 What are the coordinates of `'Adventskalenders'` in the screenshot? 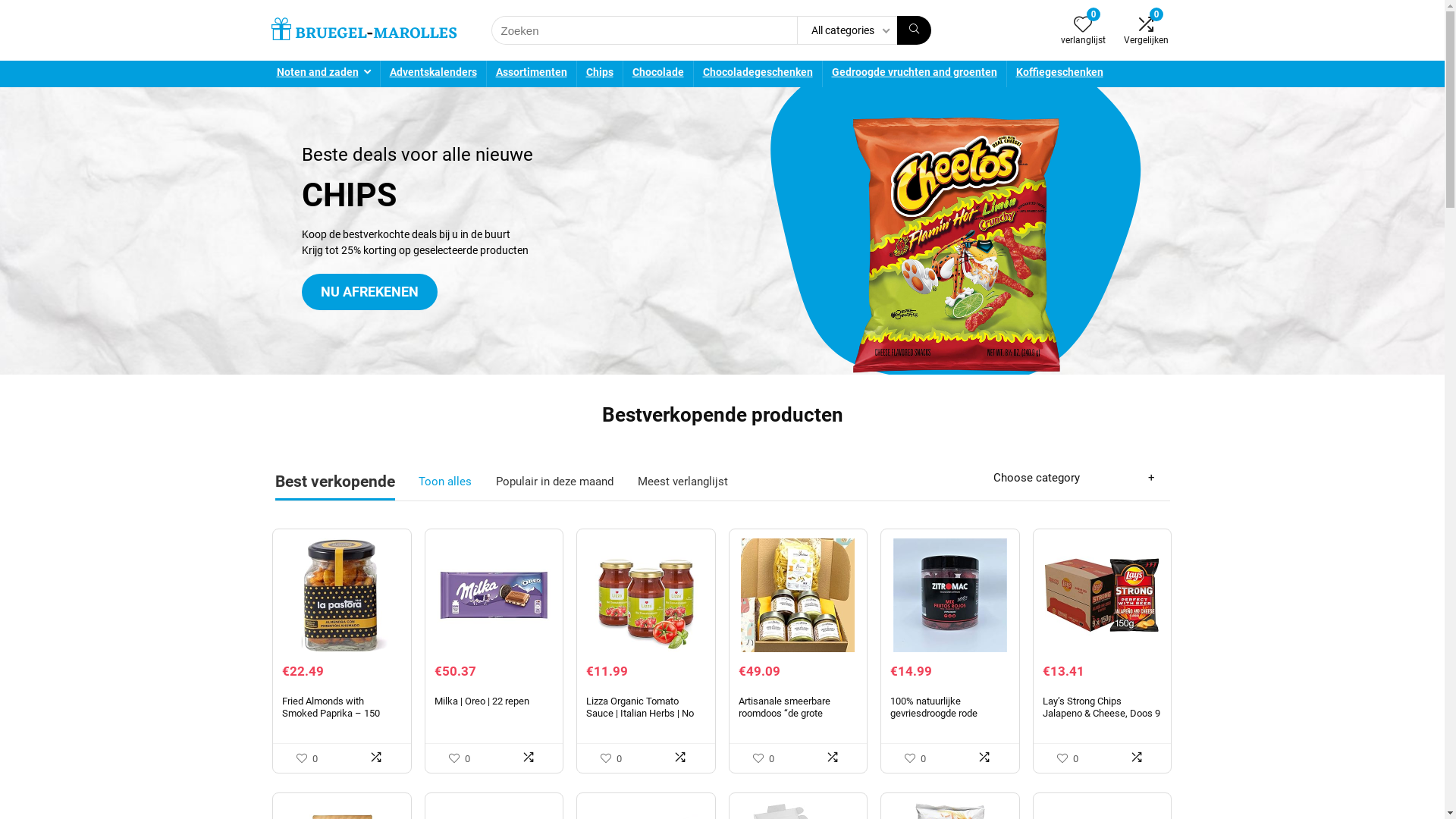 It's located at (432, 74).